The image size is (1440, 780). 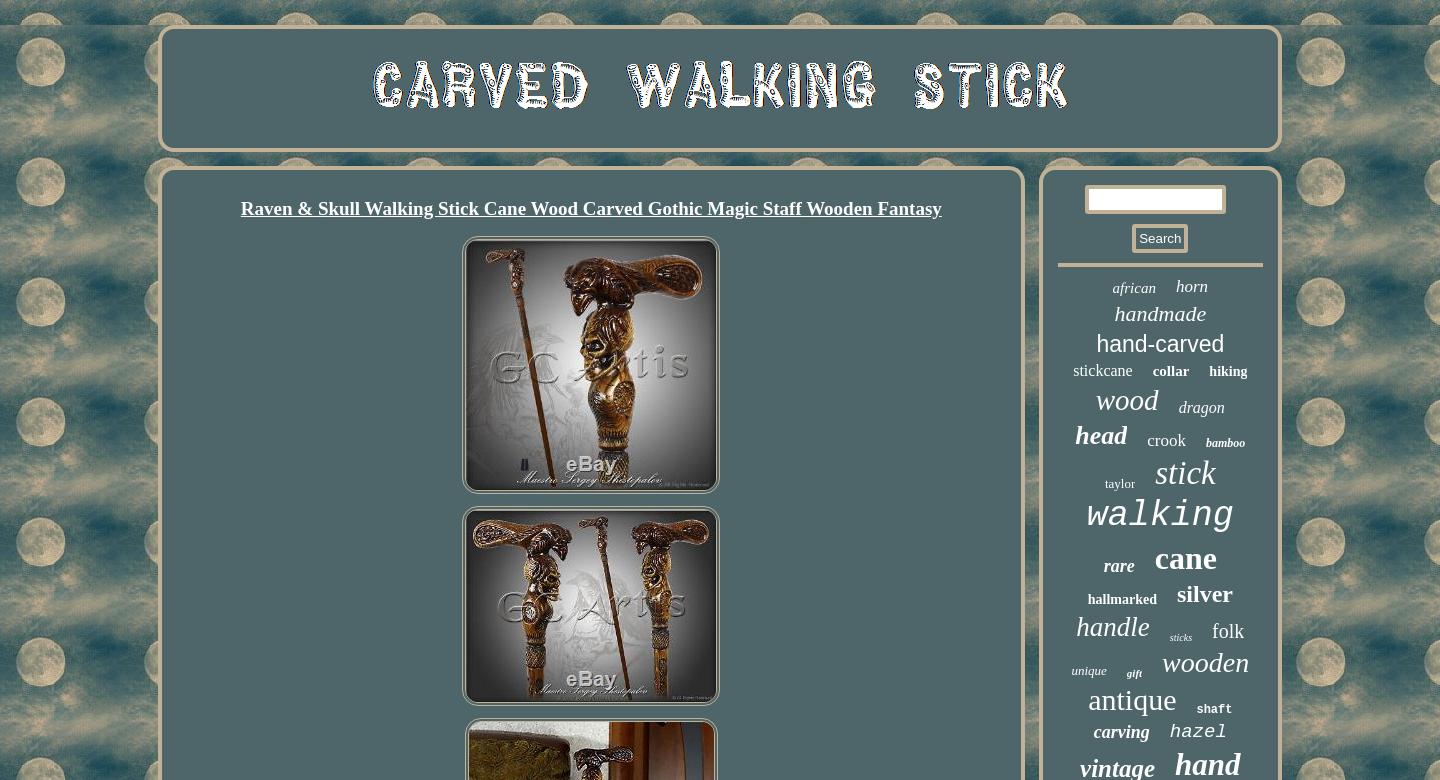 I want to click on 'african', so click(x=1132, y=287).